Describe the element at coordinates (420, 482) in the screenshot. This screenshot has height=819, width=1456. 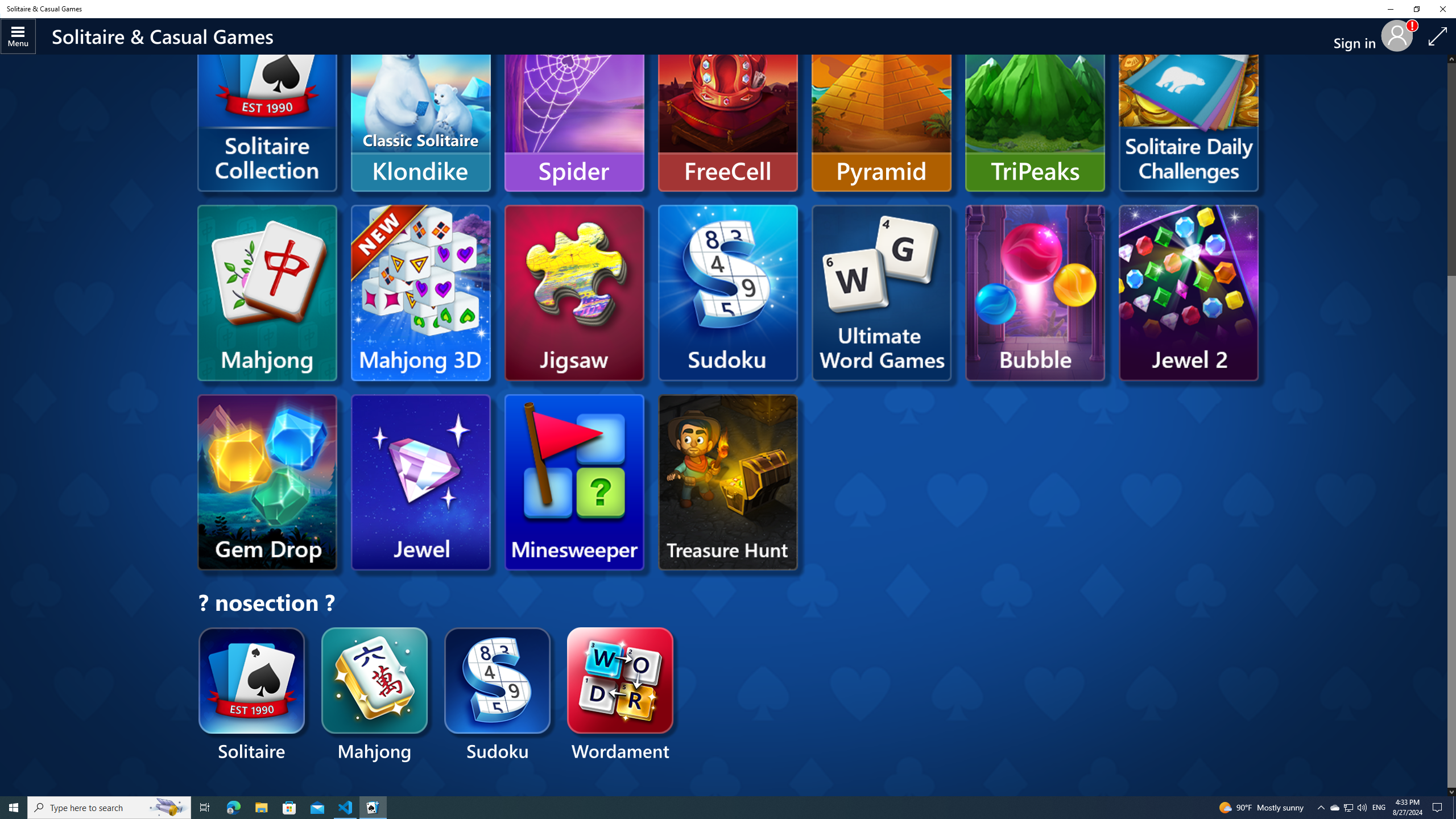
I see `'Microsoft Jewel'` at that location.